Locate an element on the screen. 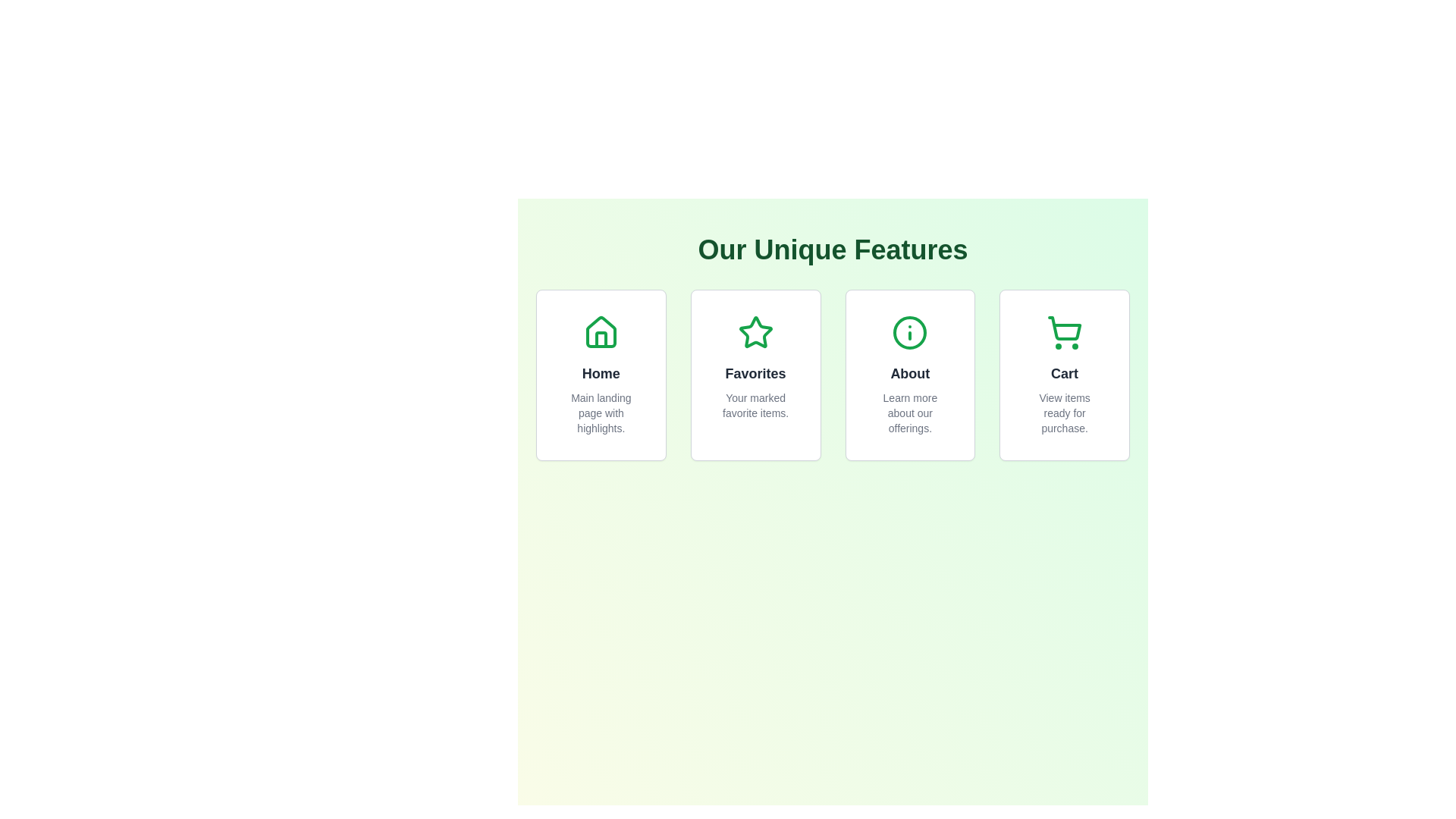 Image resolution: width=1456 pixels, height=819 pixels. the 'Cart' text label, which is a bold, large, dark gray label positioned at the top-middle of the bottom-right card in a grid layout is located at coordinates (1064, 374).